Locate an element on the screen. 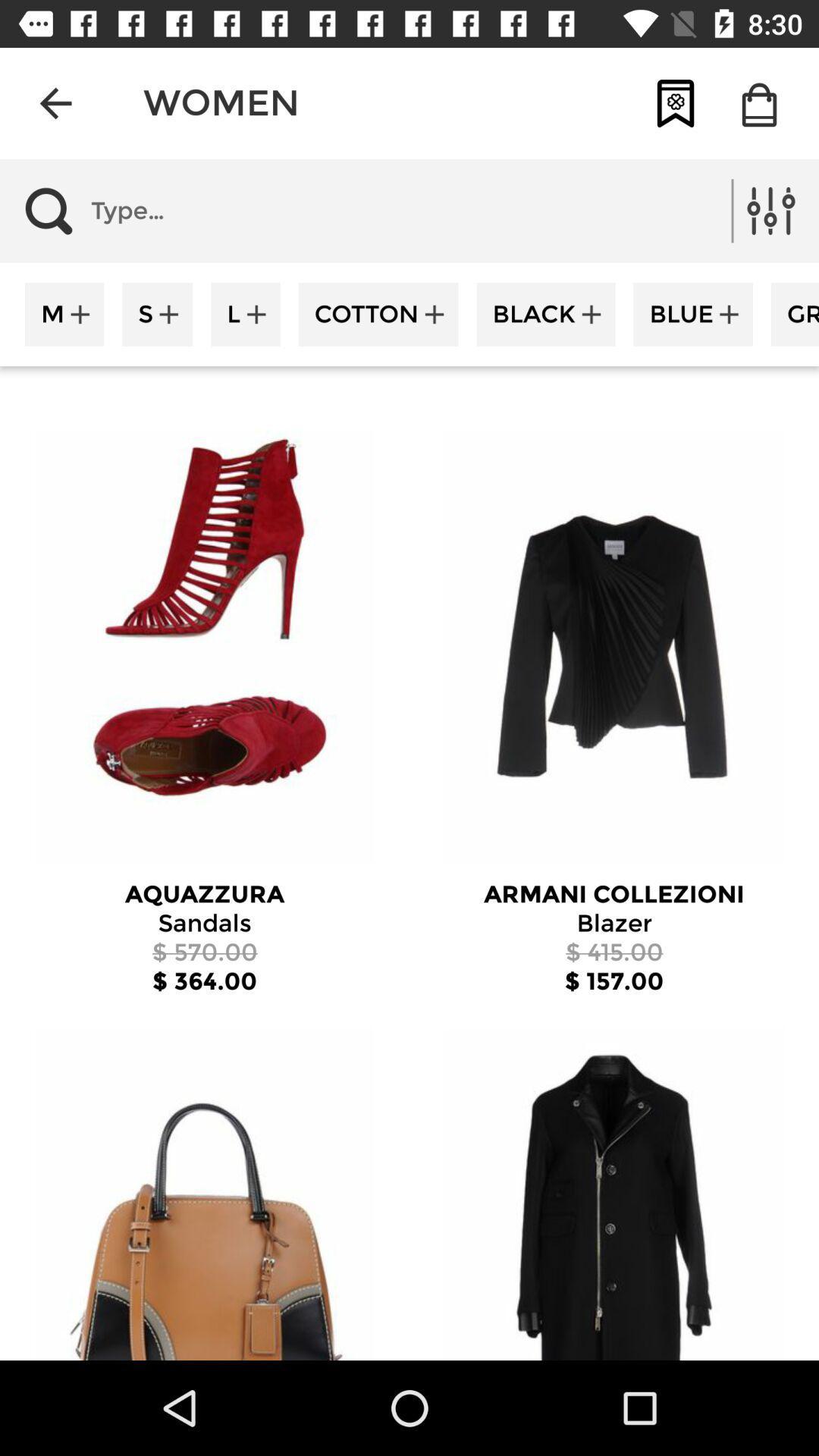  m item is located at coordinates (64, 313).